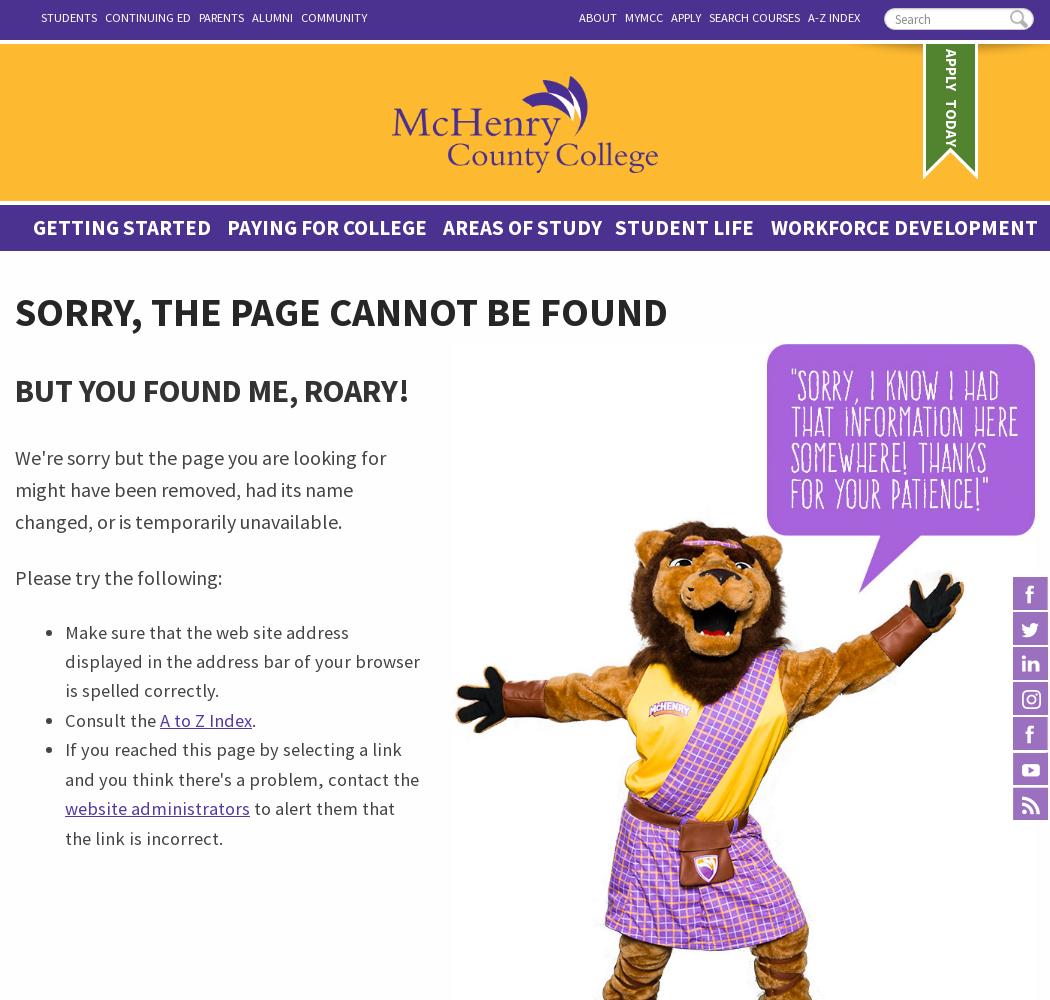  Describe the element at coordinates (904, 226) in the screenshot. I see `'Workforce Development'` at that location.